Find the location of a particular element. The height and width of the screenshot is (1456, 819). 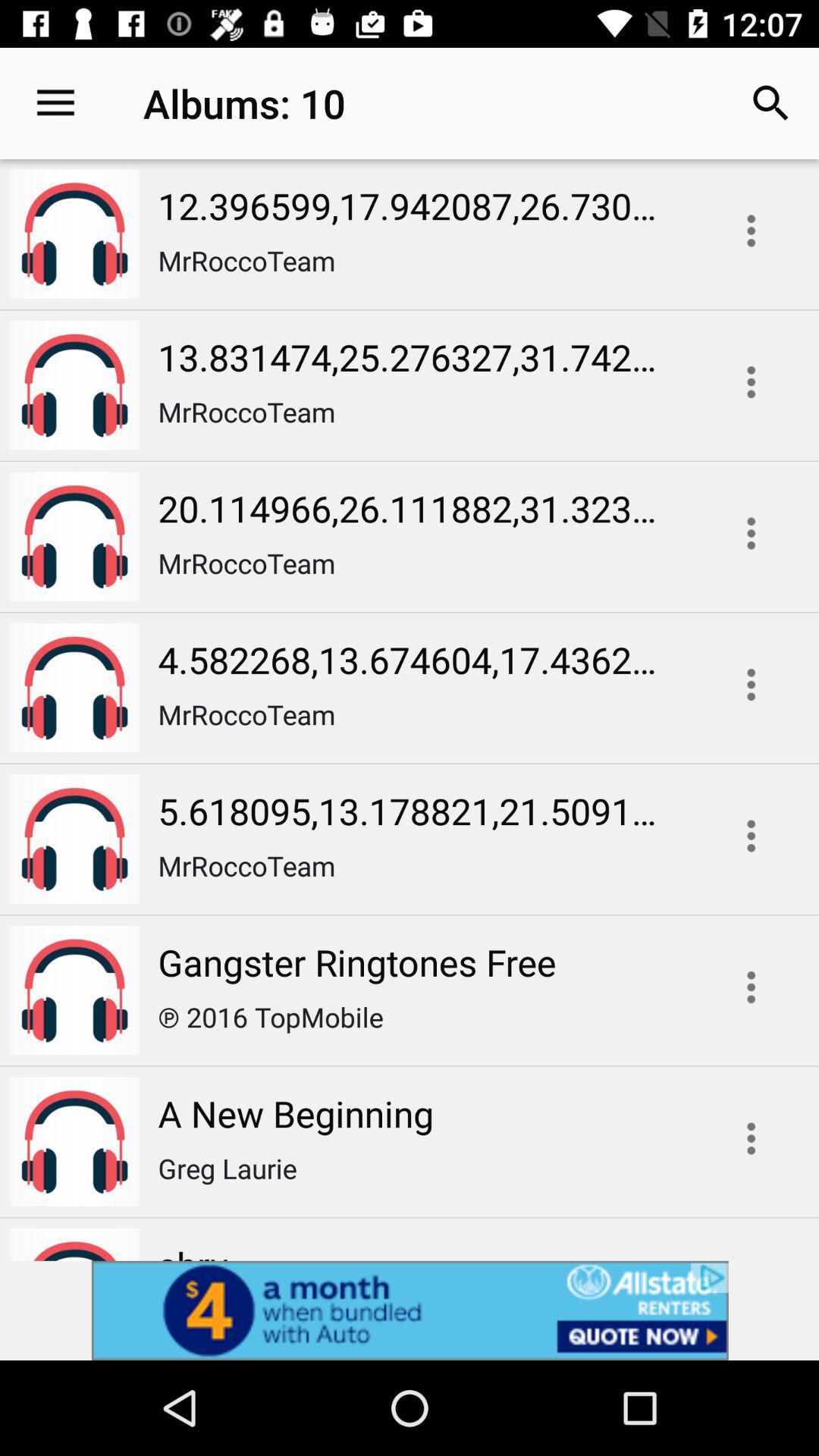

get more information is located at coordinates (751, 1138).